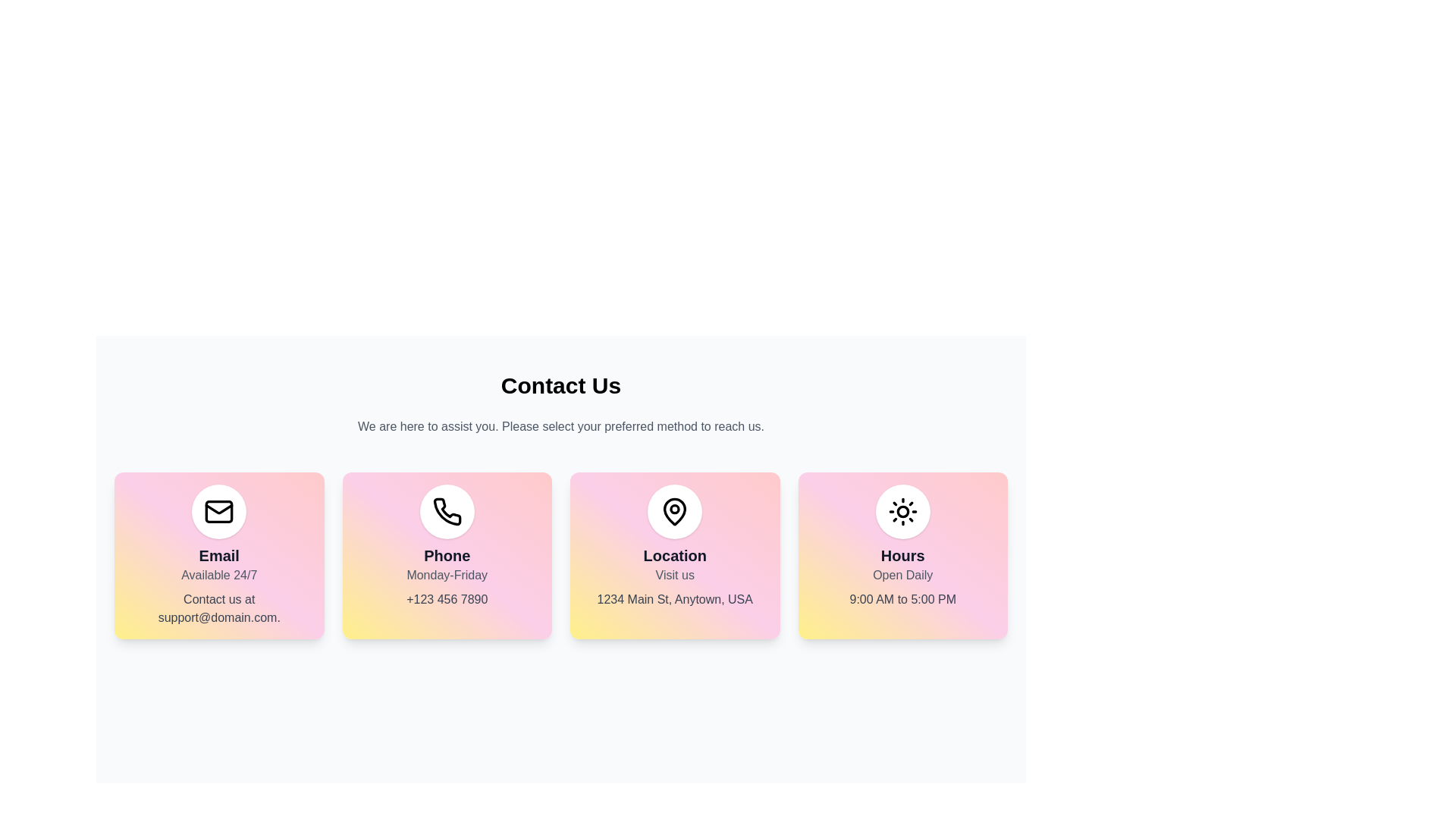  Describe the element at coordinates (446, 511) in the screenshot. I see `the 'Phone' icon, which is centered at the top of the second card in a horizontal row of four cards, visually representing the contact method for phone communication` at that location.